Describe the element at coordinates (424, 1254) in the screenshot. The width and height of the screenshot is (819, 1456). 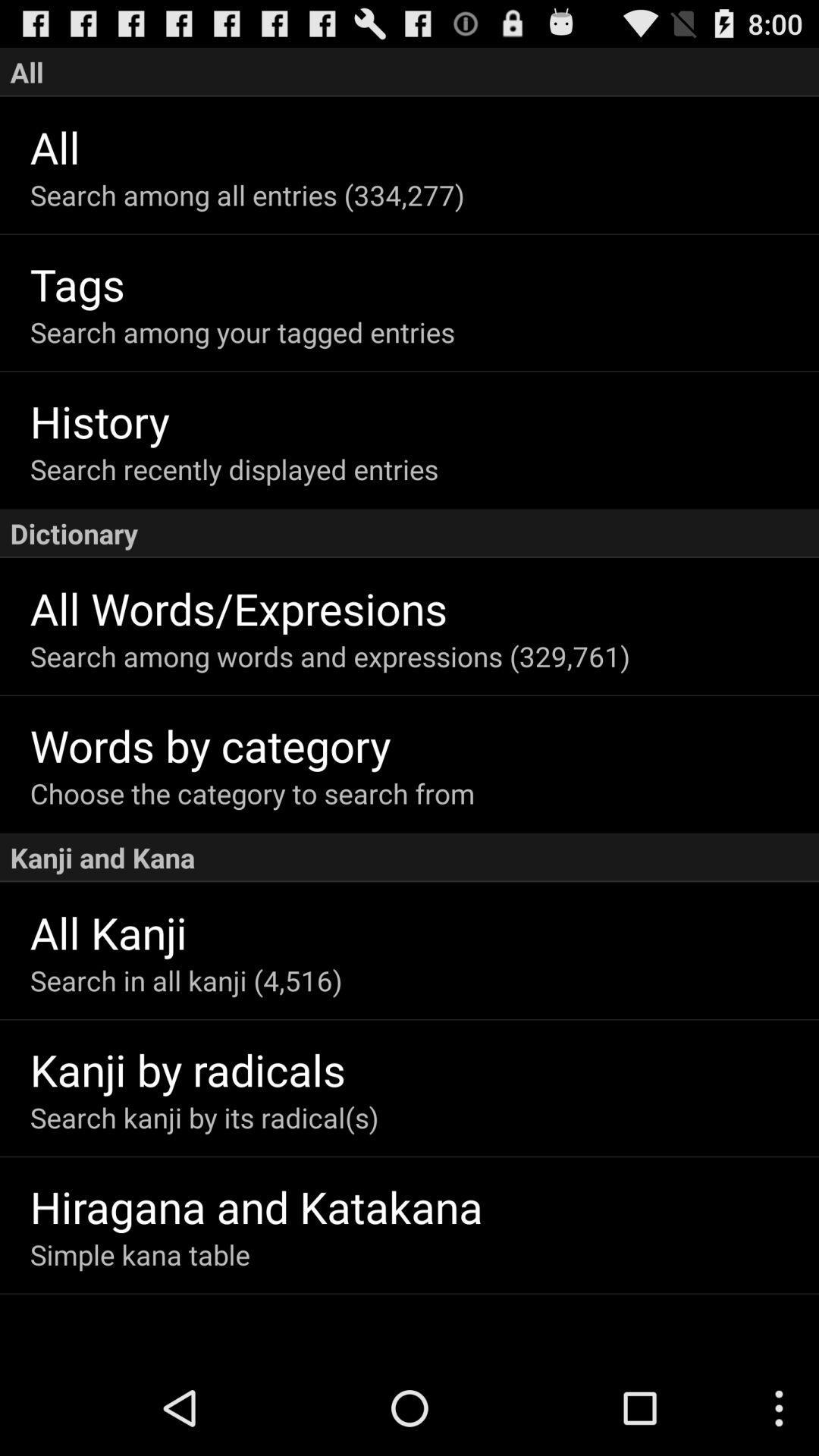
I see `the simple kana table app` at that location.